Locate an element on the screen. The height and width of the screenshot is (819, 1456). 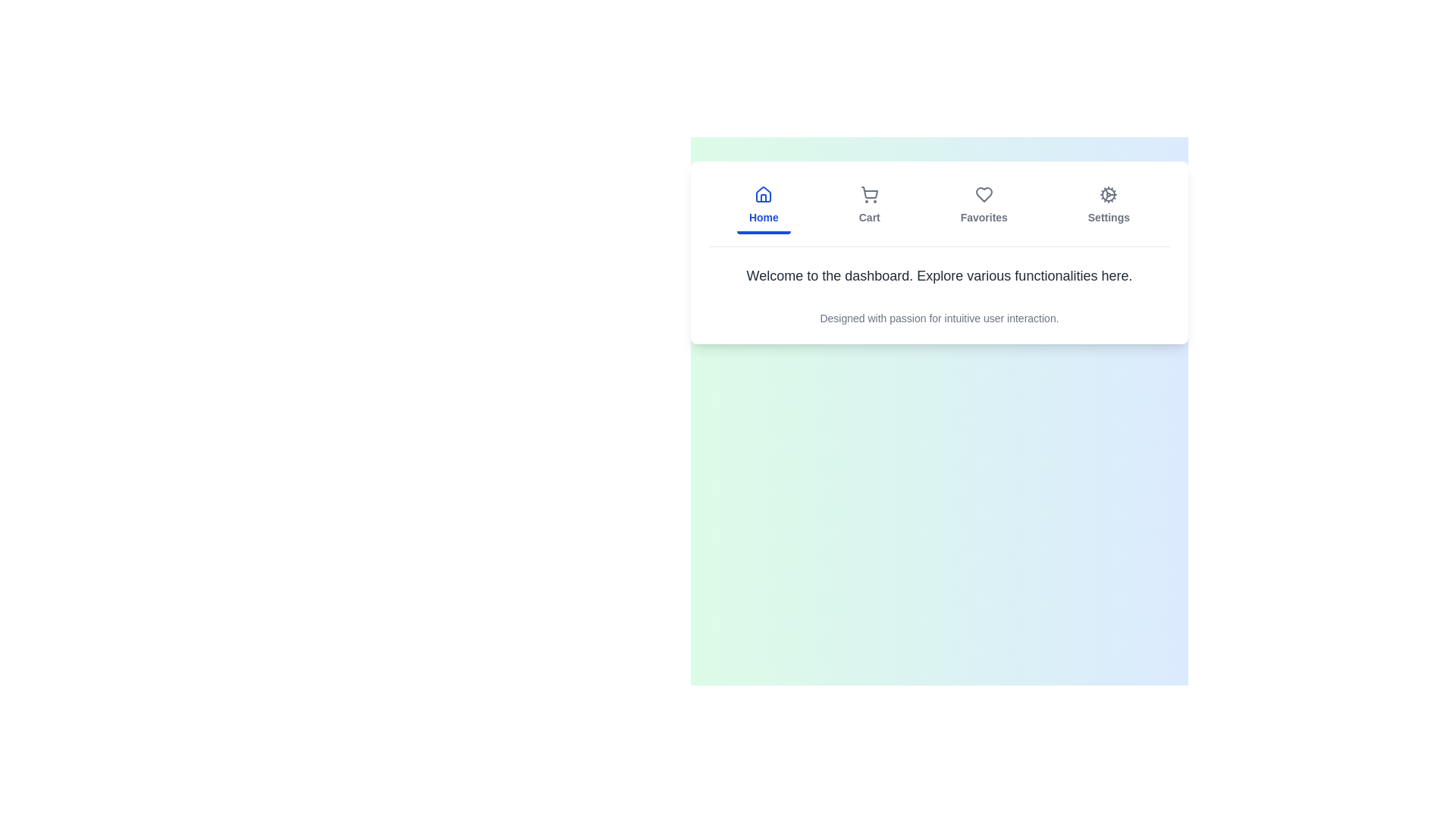
the cogwheel icon representing settings functionality located at the far right in the navigation bar is located at coordinates (1109, 194).